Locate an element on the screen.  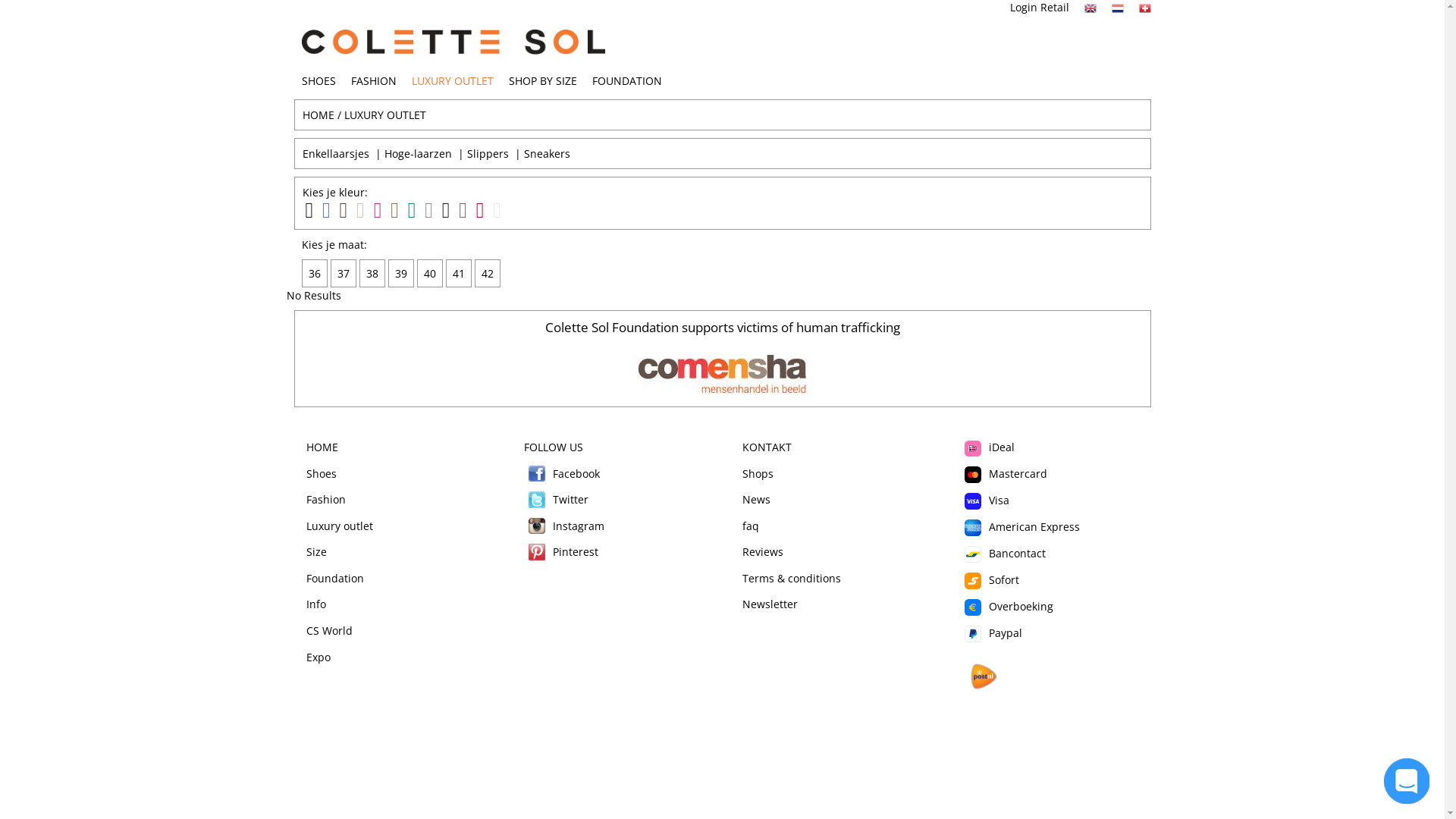
'Size' is located at coordinates (315, 551).